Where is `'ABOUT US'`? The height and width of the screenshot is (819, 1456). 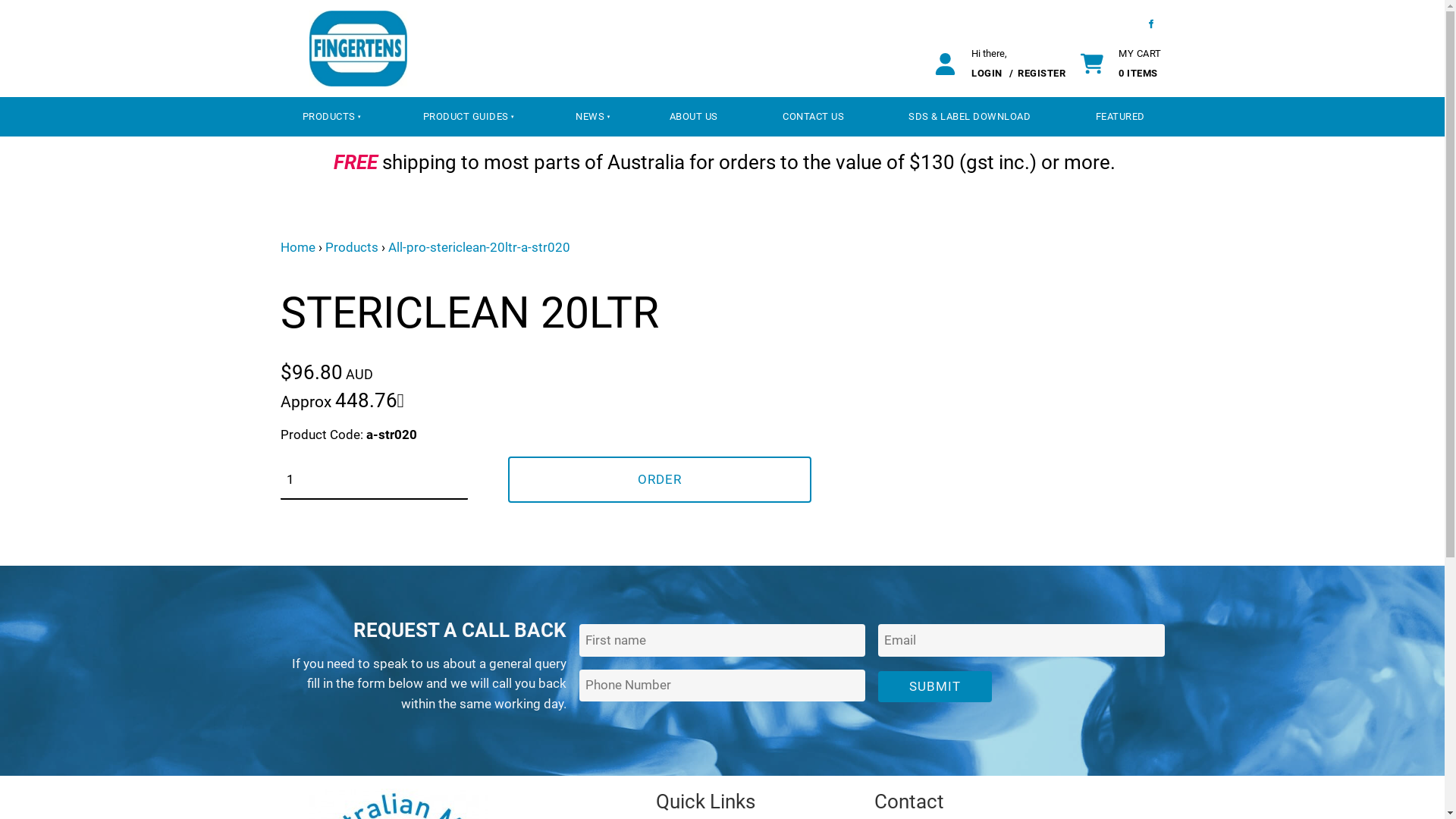 'ABOUT US' is located at coordinates (692, 116).